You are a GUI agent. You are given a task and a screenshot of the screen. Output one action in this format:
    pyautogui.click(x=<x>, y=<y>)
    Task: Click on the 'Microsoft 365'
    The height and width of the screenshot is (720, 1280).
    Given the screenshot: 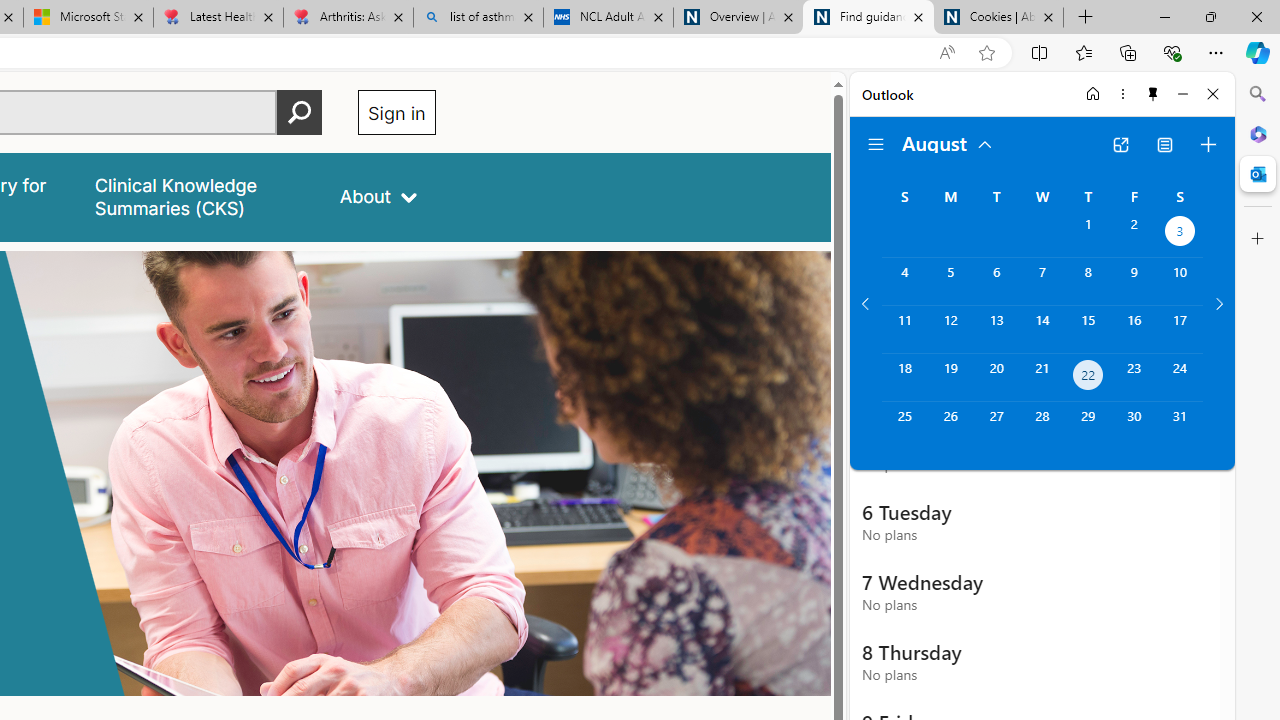 What is the action you would take?
    pyautogui.click(x=1257, y=133)
    